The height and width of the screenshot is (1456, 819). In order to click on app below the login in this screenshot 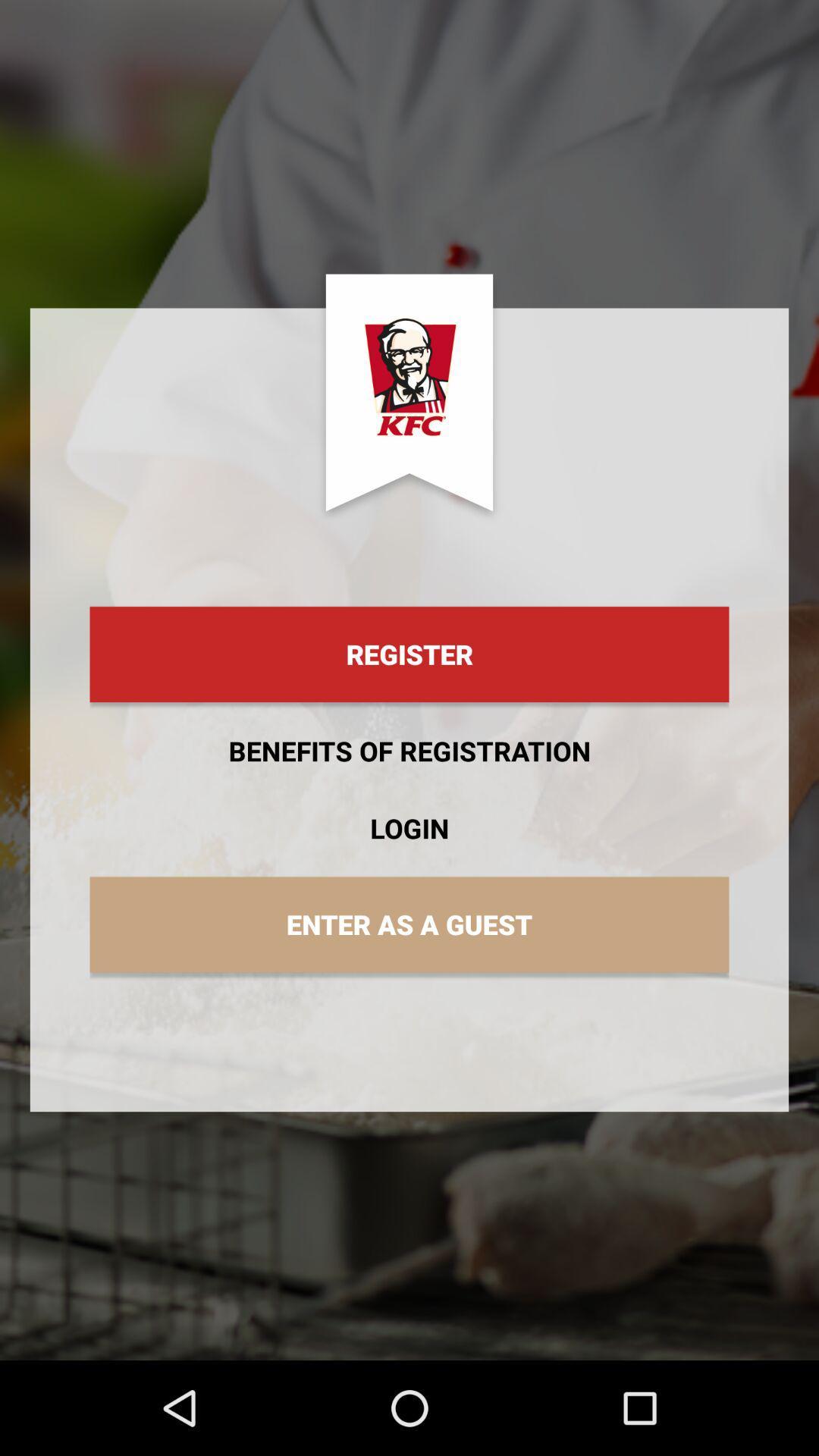, I will do `click(409, 924)`.